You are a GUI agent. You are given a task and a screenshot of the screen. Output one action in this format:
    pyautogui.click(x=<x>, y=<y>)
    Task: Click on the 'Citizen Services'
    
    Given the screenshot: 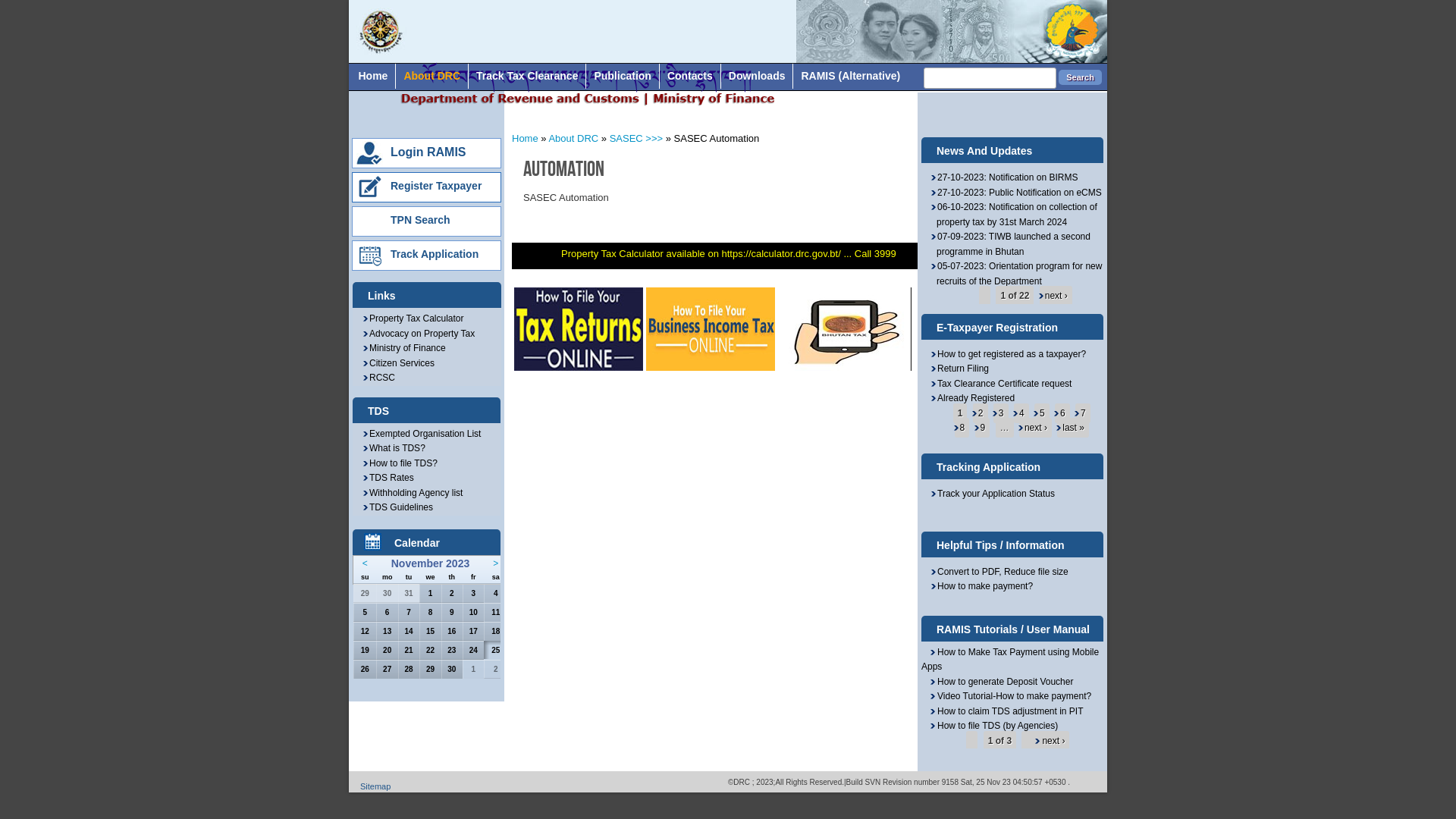 What is the action you would take?
    pyautogui.click(x=397, y=362)
    